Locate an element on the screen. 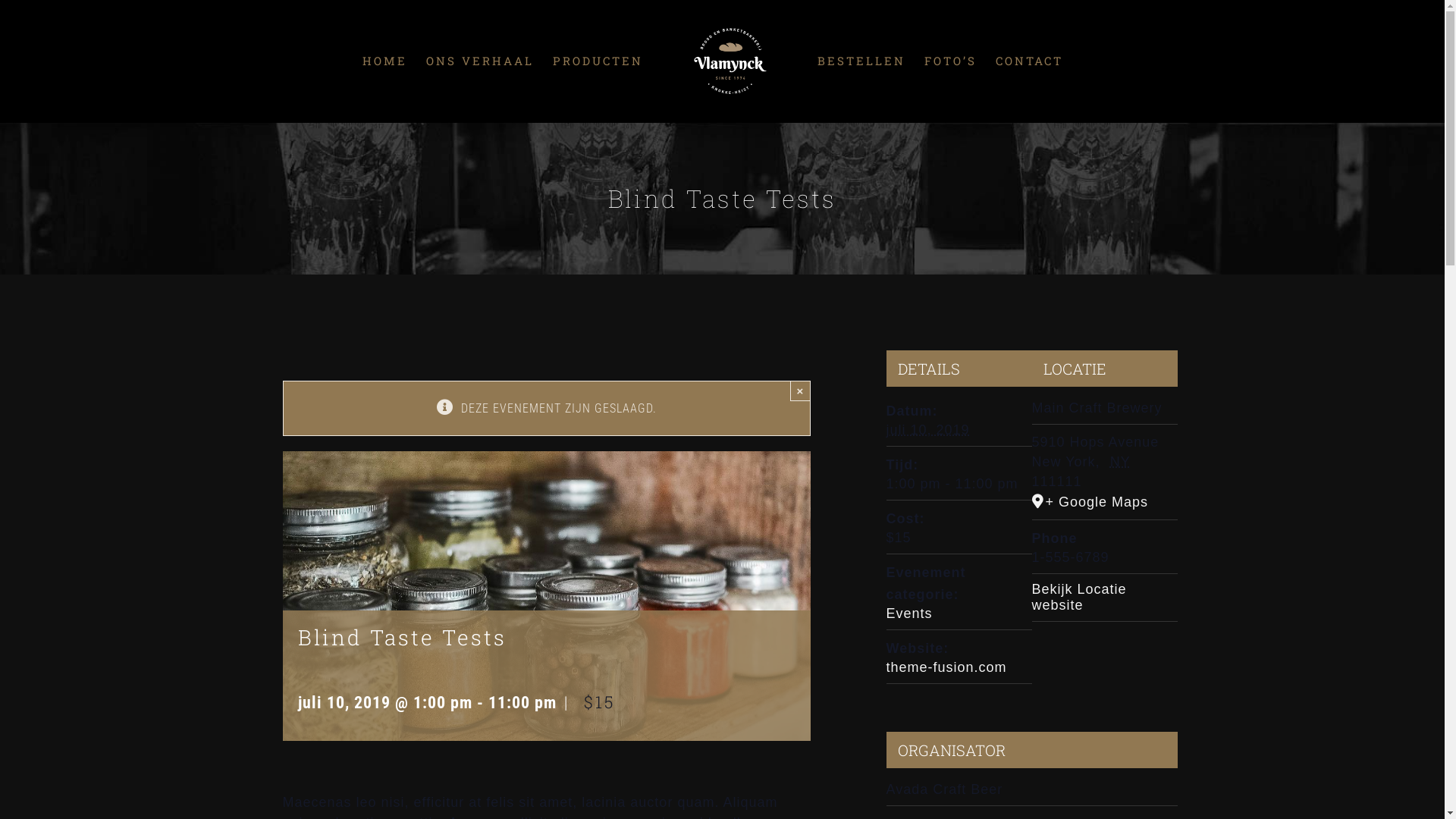  'CONTACT' is located at coordinates (1029, 61).